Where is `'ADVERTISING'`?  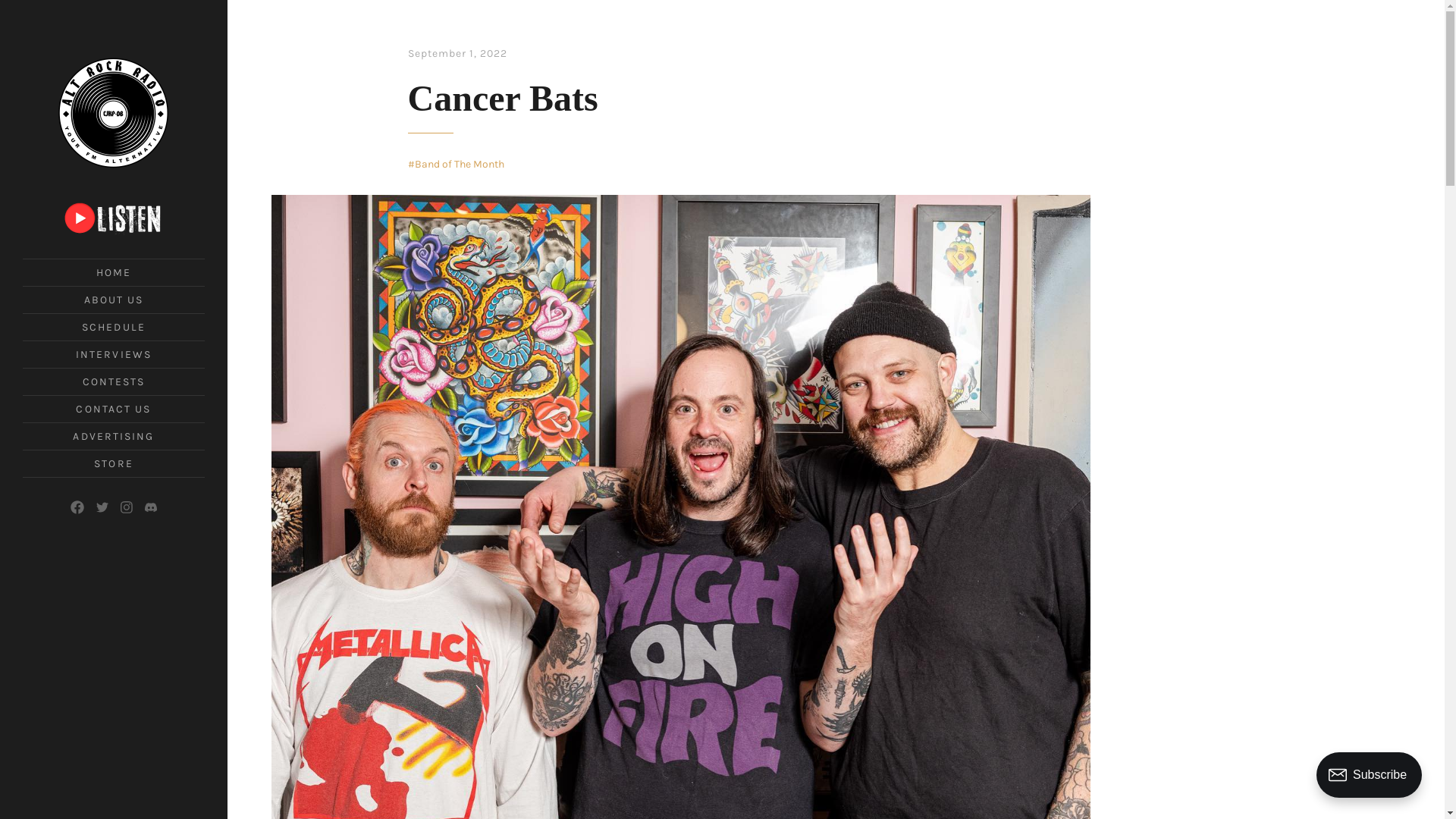
'ADVERTISING' is located at coordinates (112, 436).